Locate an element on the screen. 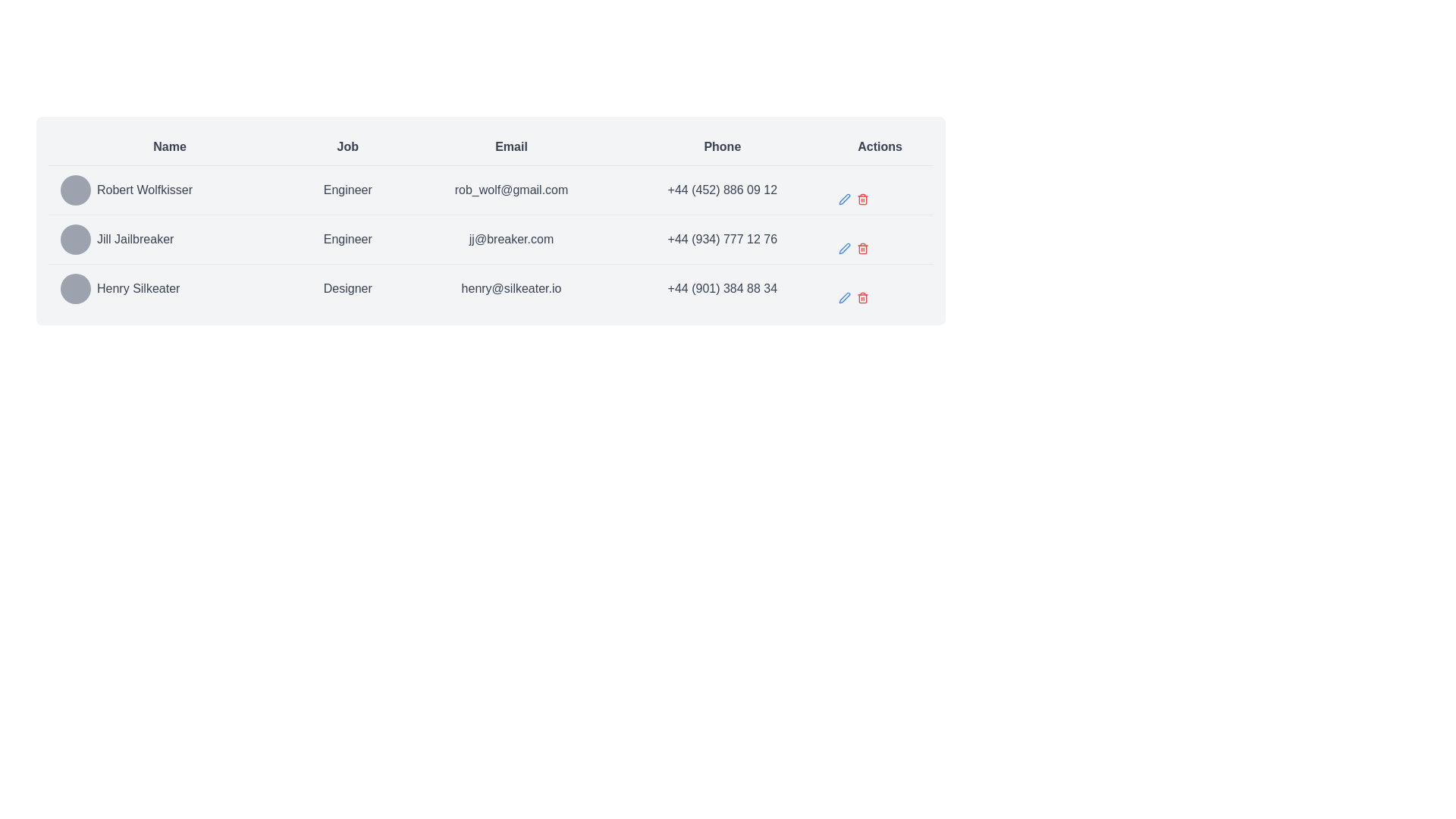 Image resolution: width=1456 pixels, height=819 pixels. the data row displaying information for 'Henry Silkeater' is located at coordinates (491, 288).